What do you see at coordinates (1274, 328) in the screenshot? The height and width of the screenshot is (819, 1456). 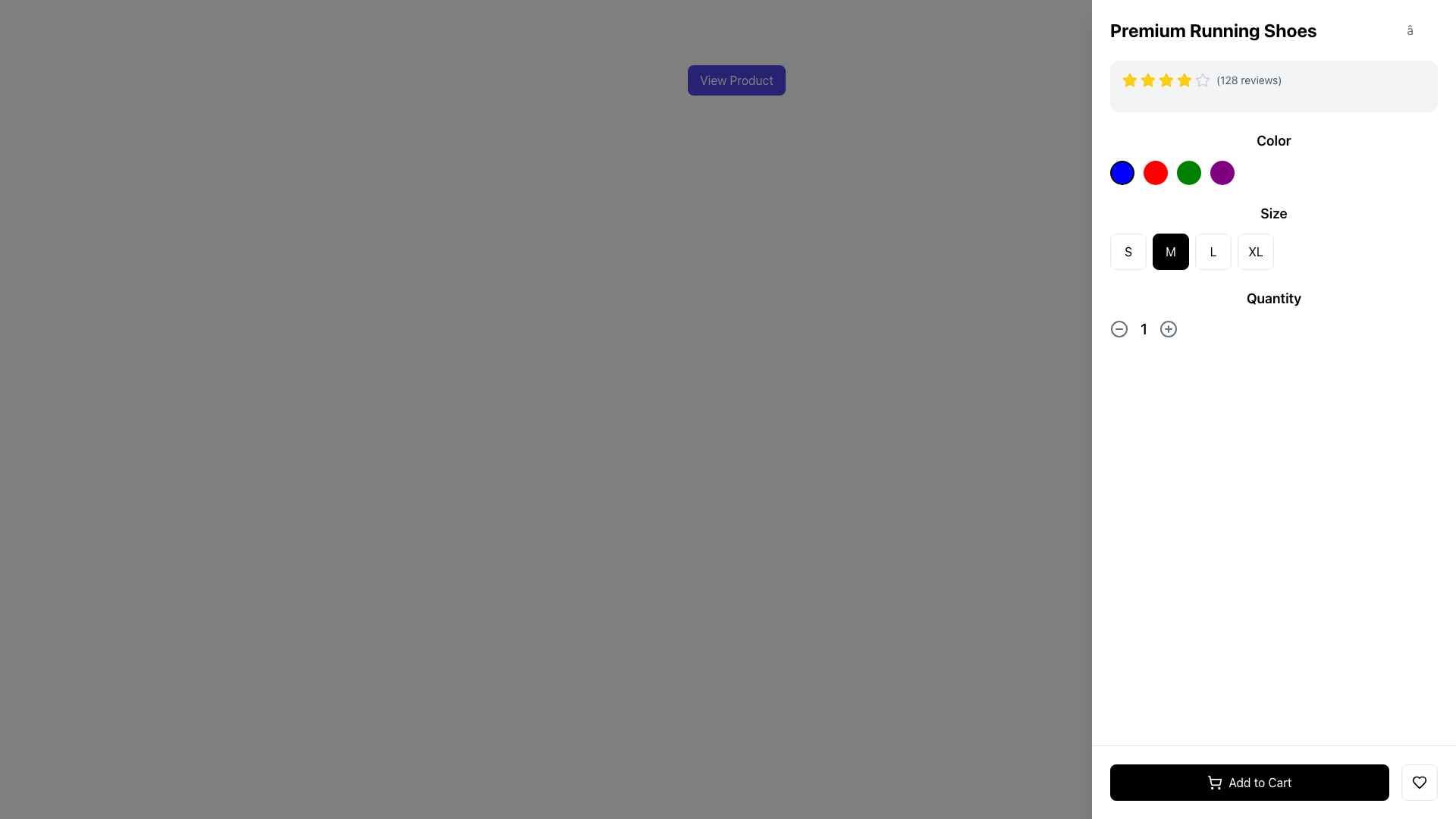 I see `the current quantity value displayed in the 'Quantity' section, located between the '-' and '+' icons` at bounding box center [1274, 328].